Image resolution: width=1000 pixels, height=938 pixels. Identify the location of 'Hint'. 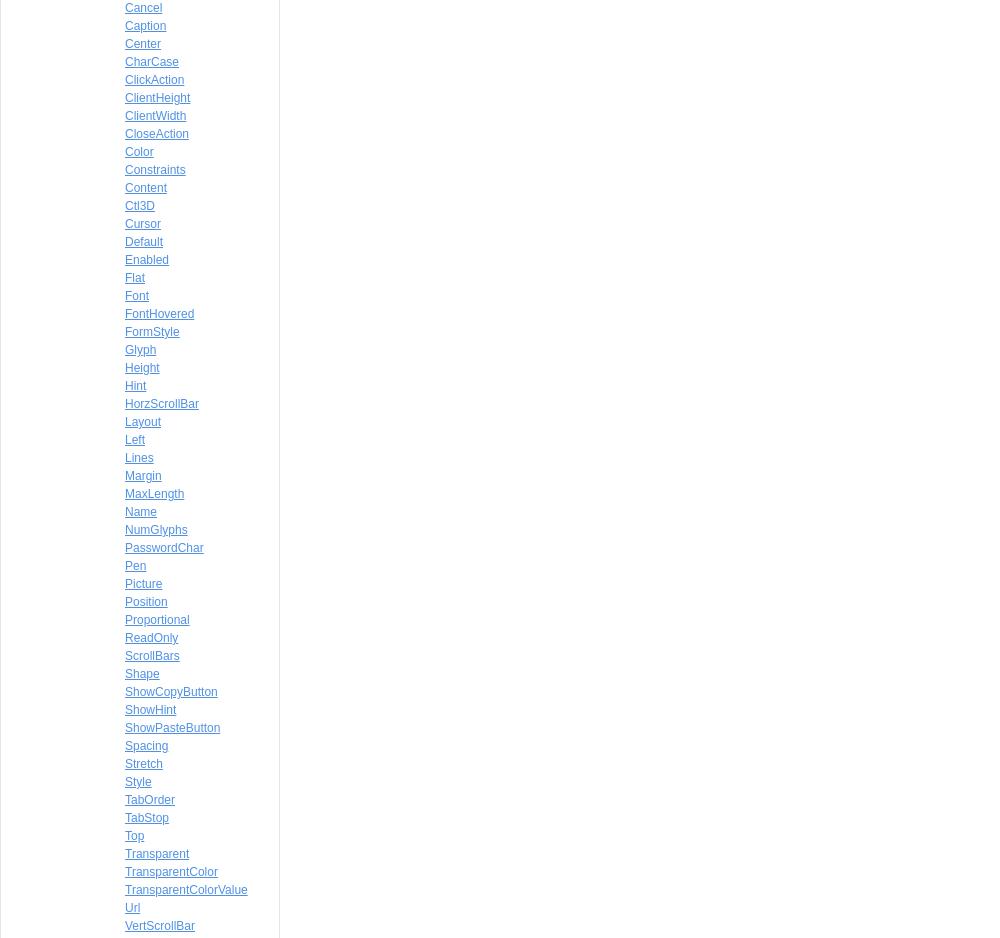
(135, 384).